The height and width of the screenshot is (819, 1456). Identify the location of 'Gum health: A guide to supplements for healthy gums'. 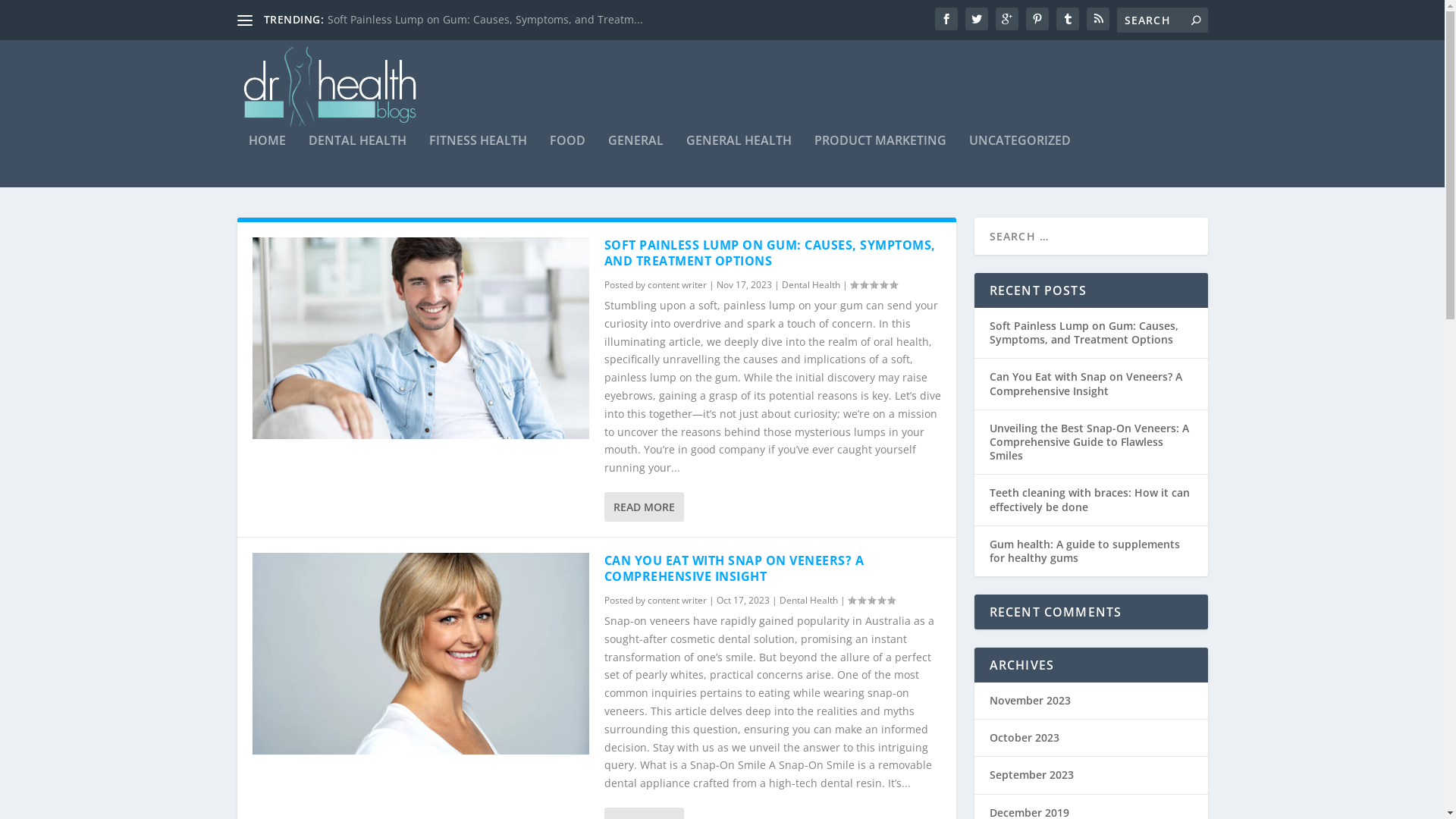
(1083, 551).